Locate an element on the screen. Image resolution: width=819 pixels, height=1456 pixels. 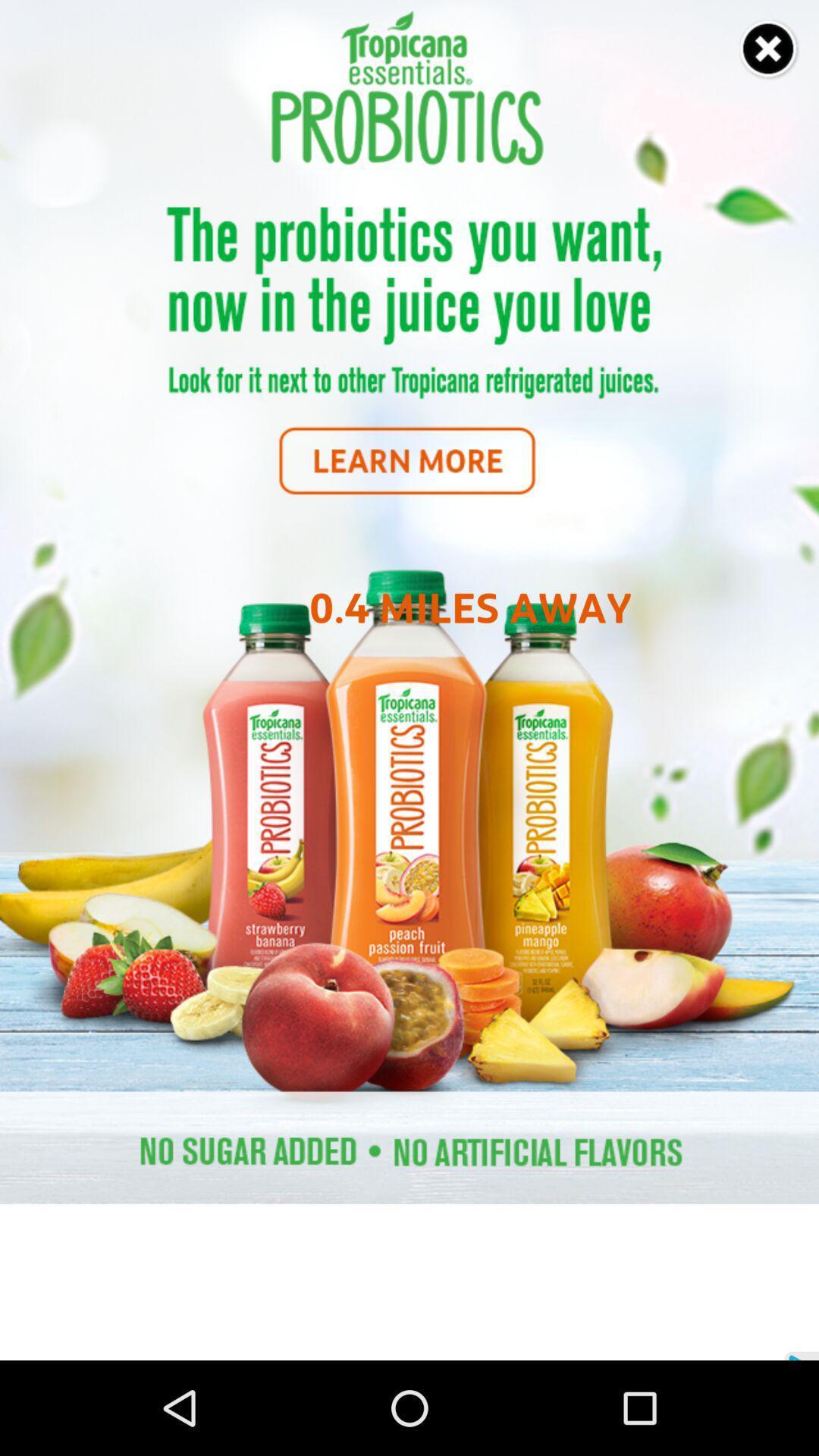
page is located at coordinates (769, 49).